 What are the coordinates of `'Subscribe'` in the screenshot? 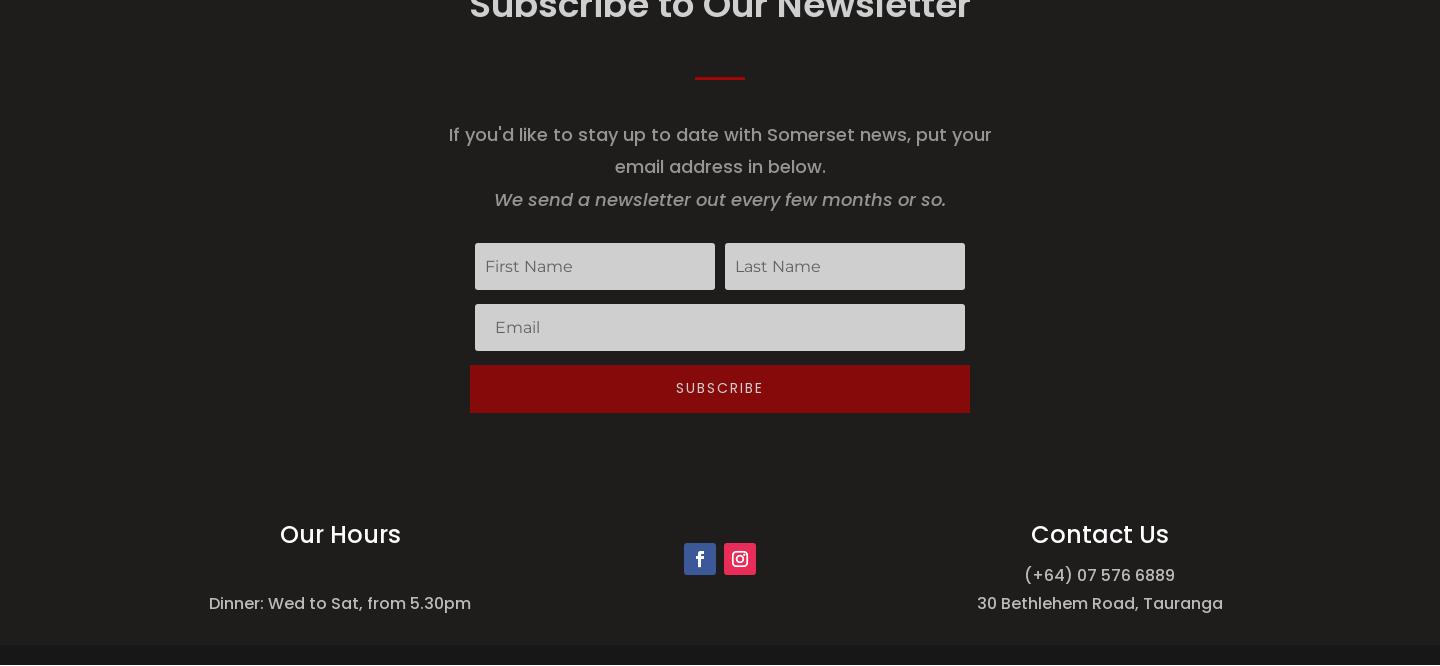 It's located at (675, 388).